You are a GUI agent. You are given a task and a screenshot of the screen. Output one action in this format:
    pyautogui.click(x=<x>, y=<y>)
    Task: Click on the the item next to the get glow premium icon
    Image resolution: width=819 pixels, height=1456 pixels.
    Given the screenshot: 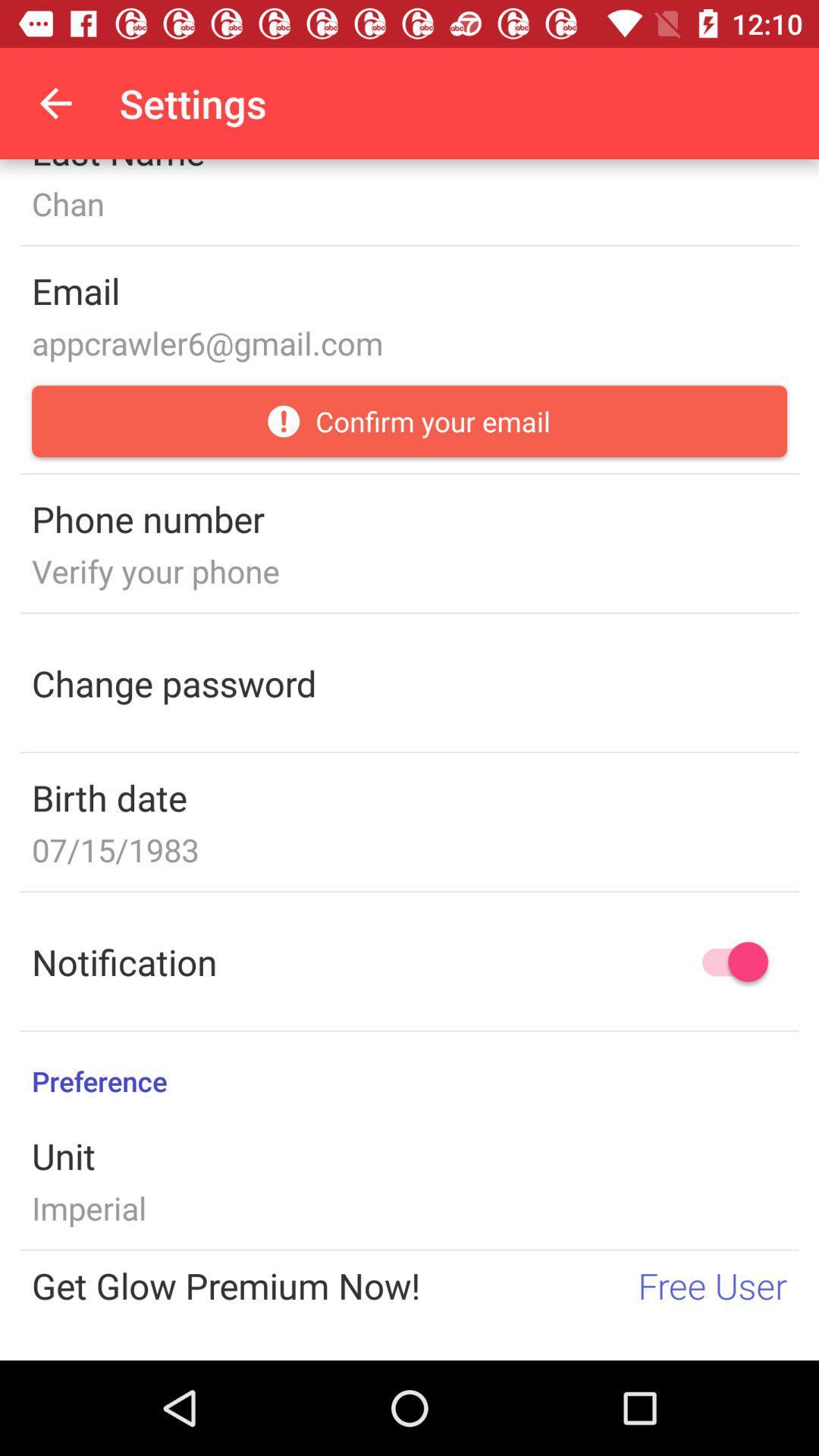 What is the action you would take?
    pyautogui.click(x=712, y=1285)
    